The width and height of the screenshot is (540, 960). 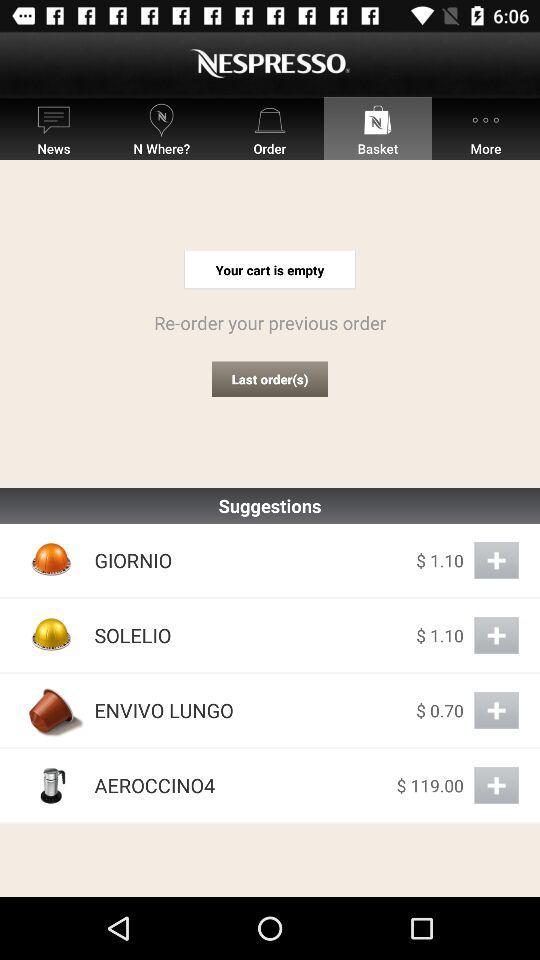 What do you see at coordinates (378, 120) in the screenshot?
I see `the icon above basket` at bounding box center [378, 120].